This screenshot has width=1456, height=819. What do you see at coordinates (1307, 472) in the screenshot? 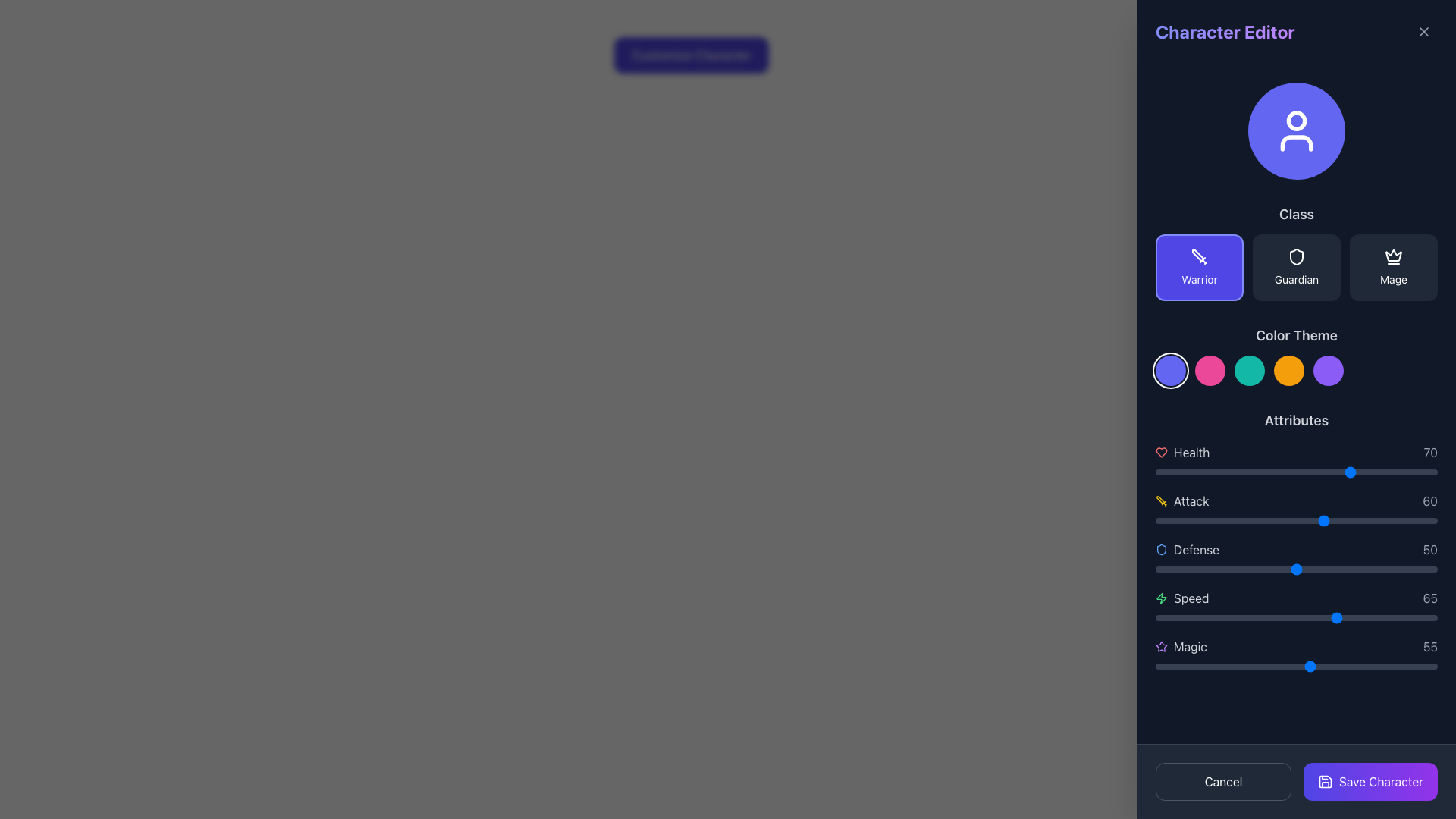
I see `health level` at bounding box center [1307, 472].